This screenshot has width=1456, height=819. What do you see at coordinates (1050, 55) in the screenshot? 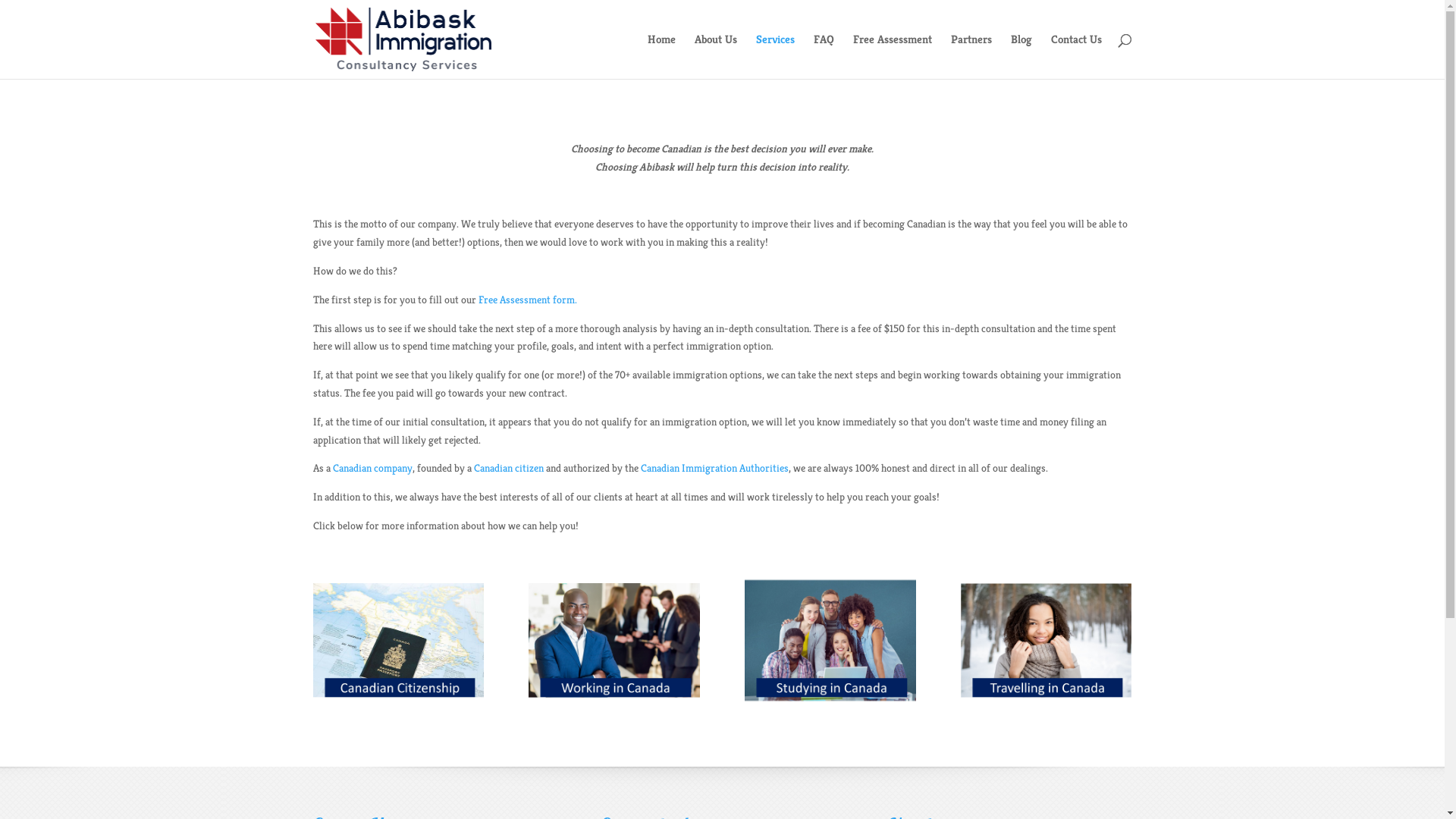
I see `'Contact Us'` at bounding box center [1050, 55].